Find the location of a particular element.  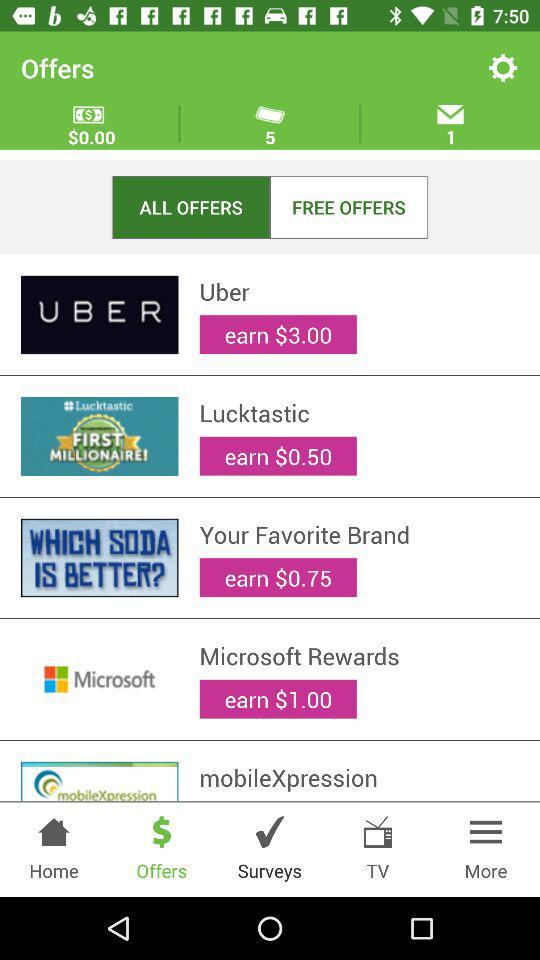

lucktastic is located at coordinates (358, 412).